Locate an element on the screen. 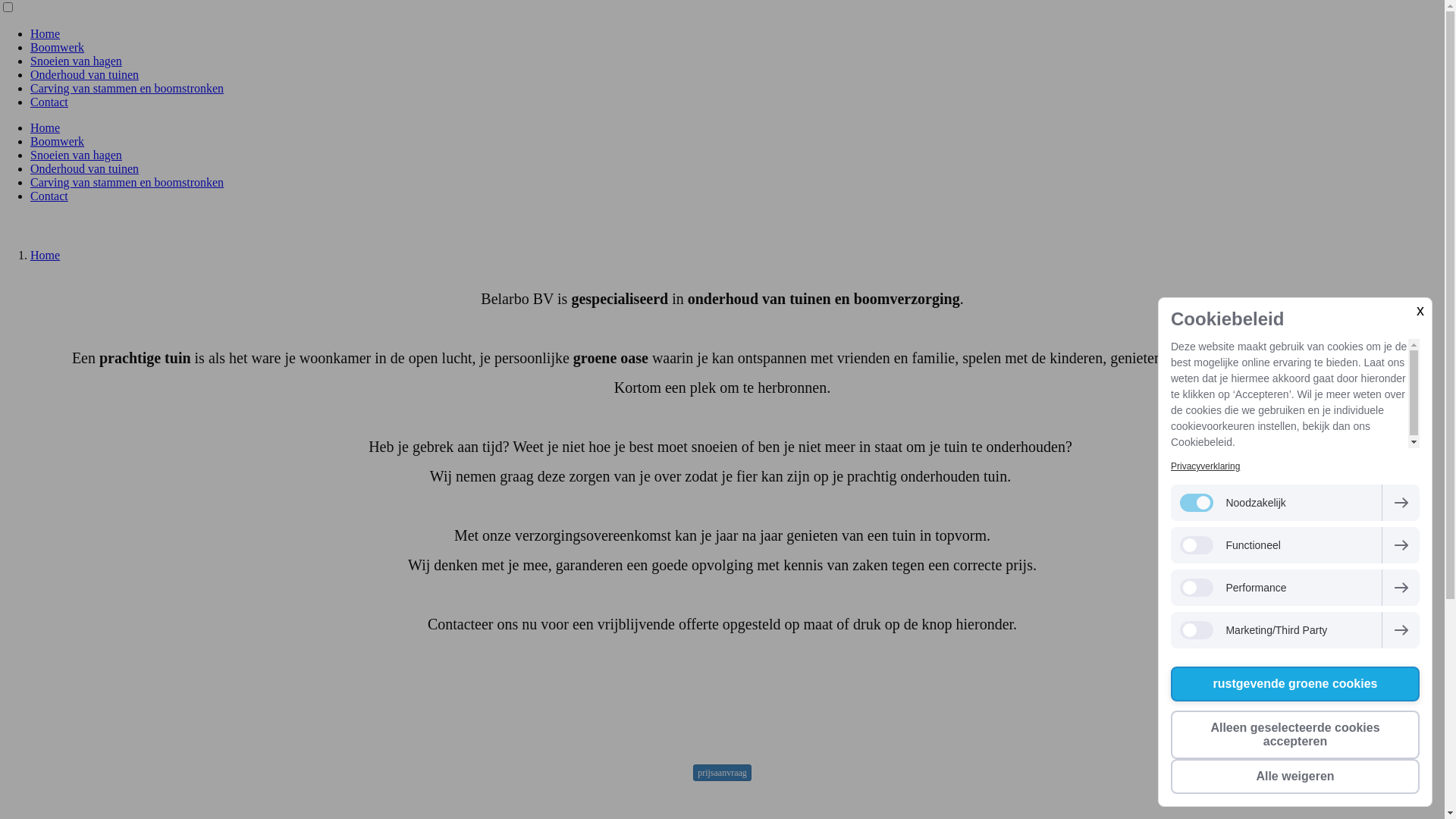  'rustgevende groene cookies' is located at coordinates (1170, 684).